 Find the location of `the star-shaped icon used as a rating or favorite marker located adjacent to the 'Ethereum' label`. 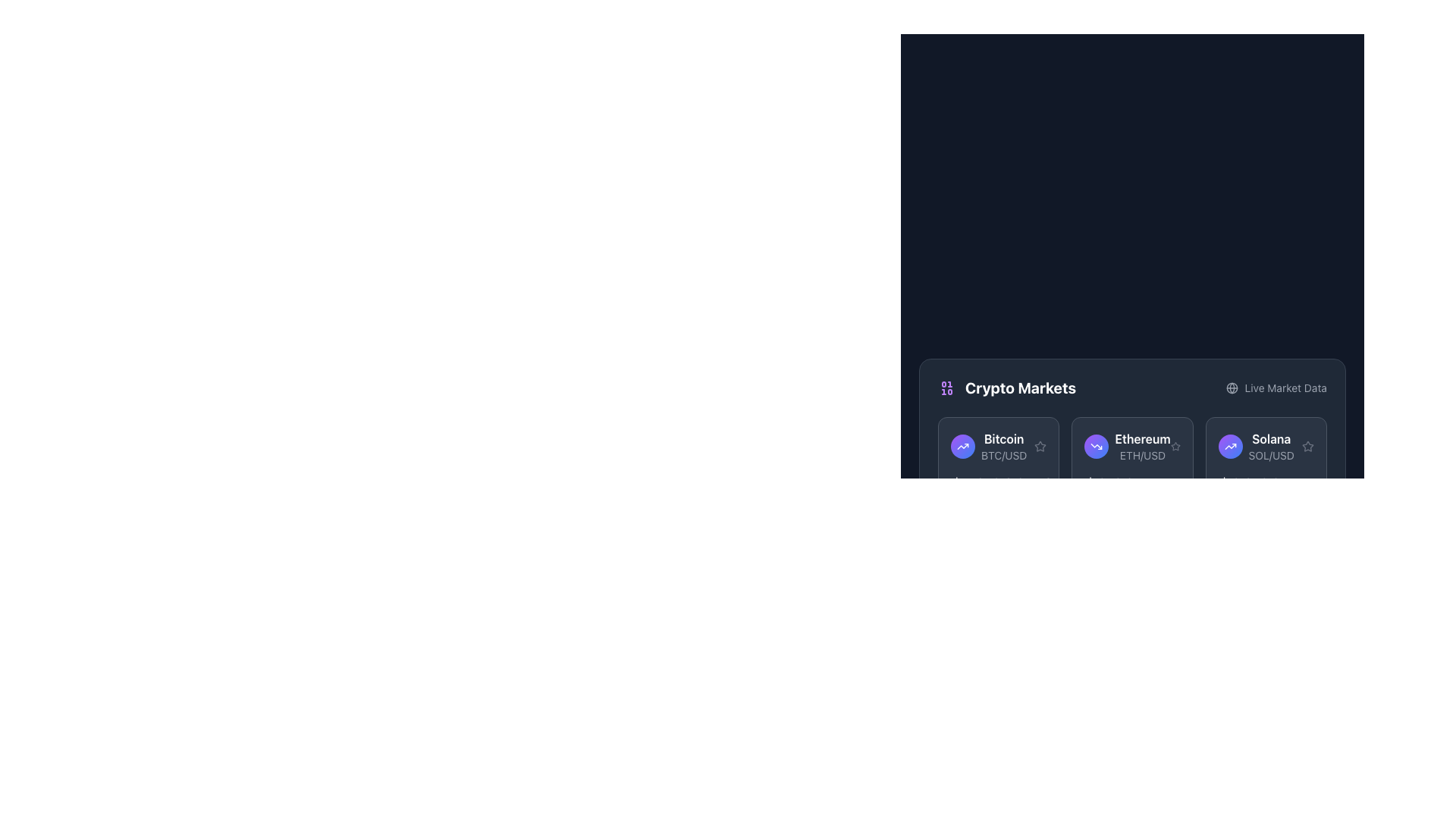

the star-shaped icon used as a rating or favorite marker located adjacent to the 'Ethereum' label is located at coordinates (1175, 444).